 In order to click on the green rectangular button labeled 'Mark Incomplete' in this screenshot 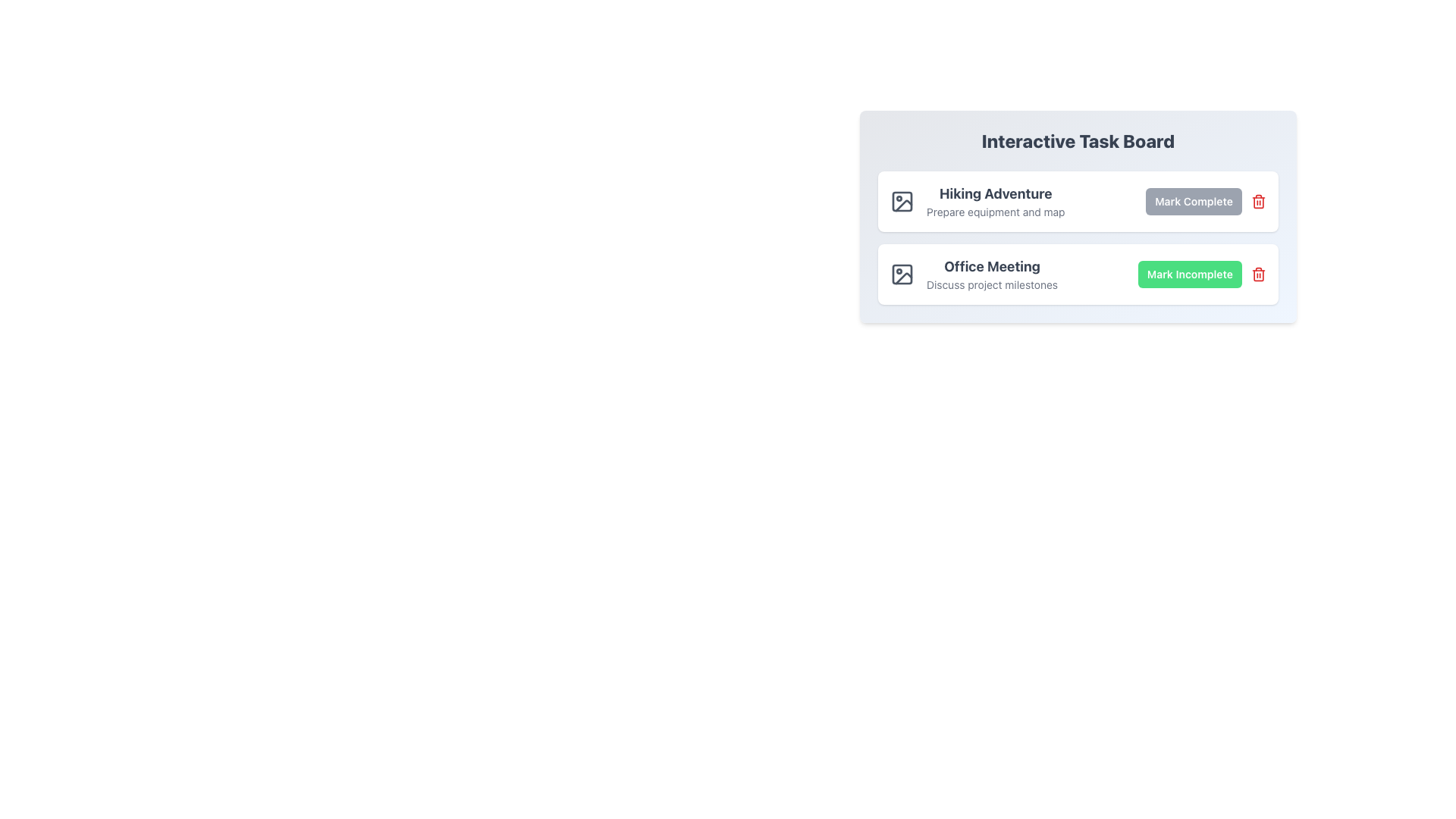, I will do `click(1201, 275)`.